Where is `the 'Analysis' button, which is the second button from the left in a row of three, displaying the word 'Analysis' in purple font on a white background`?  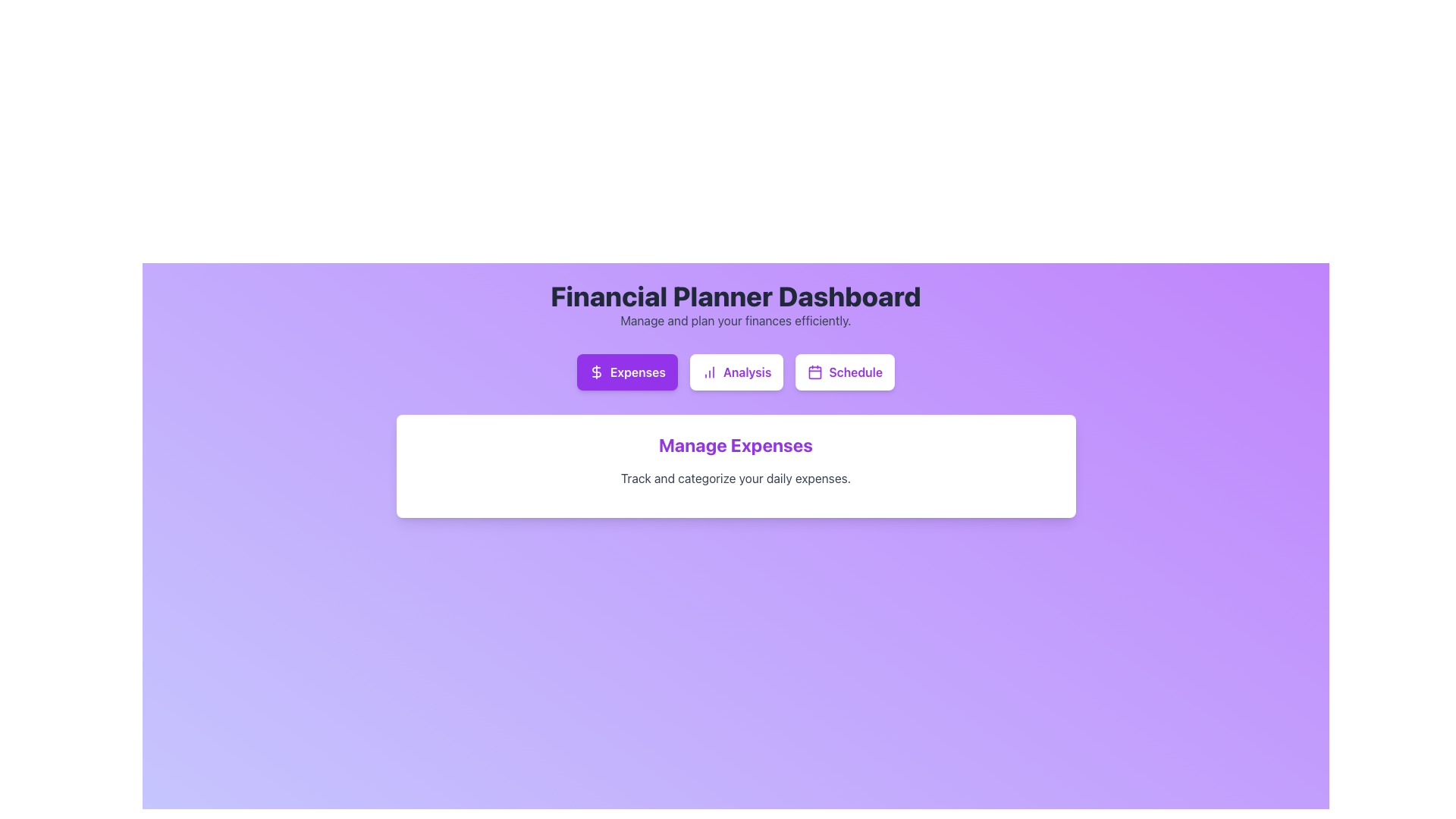 the 'Analysis' button, which is the second button from the left in a row of three, displaying the word 'Analysis' in purple font on a white background is located at coordinates (747, 372).